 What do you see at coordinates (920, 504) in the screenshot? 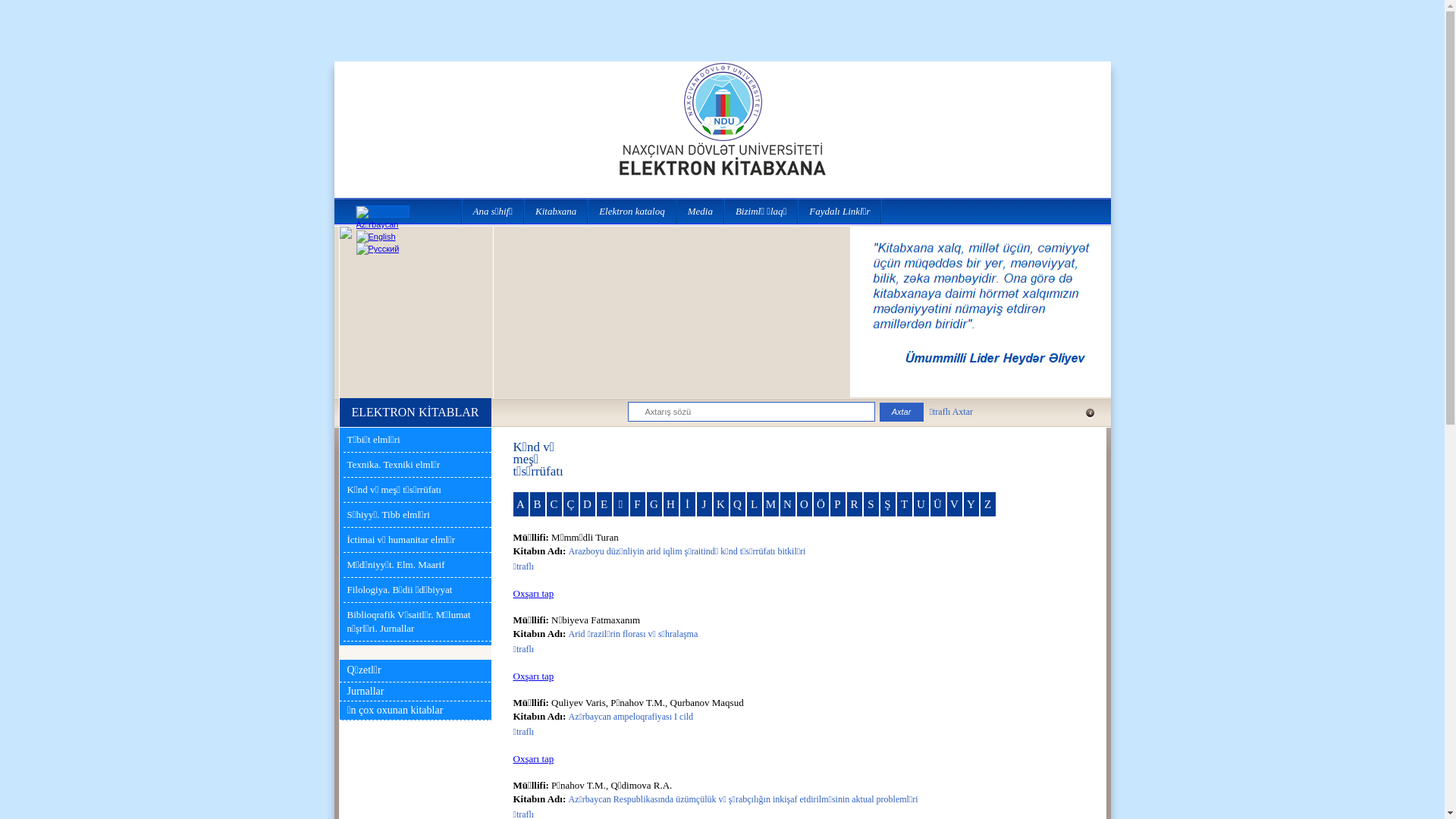
I see `'U'` at bounding box center [920, 504].